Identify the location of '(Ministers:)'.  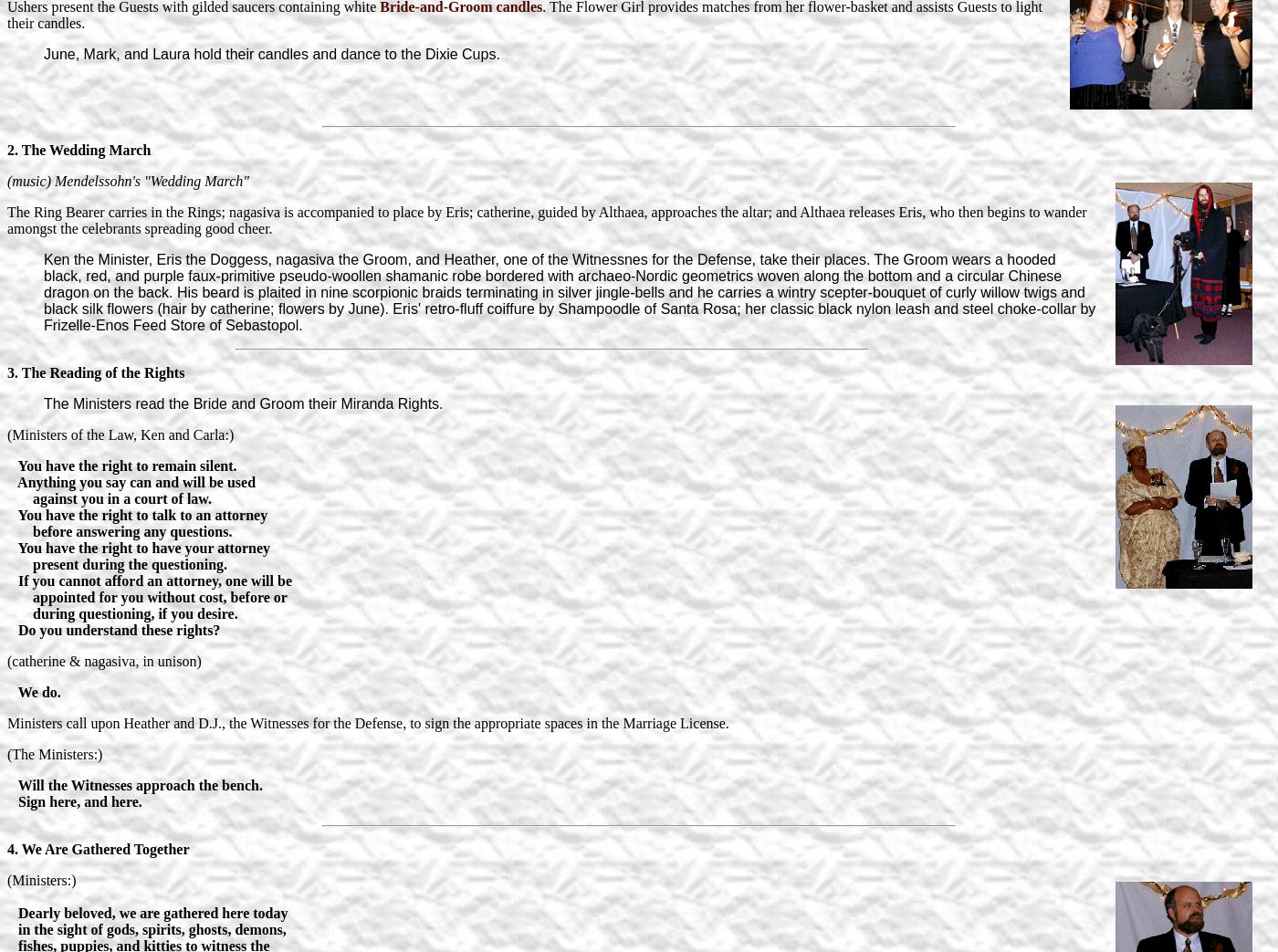
(6, 878).